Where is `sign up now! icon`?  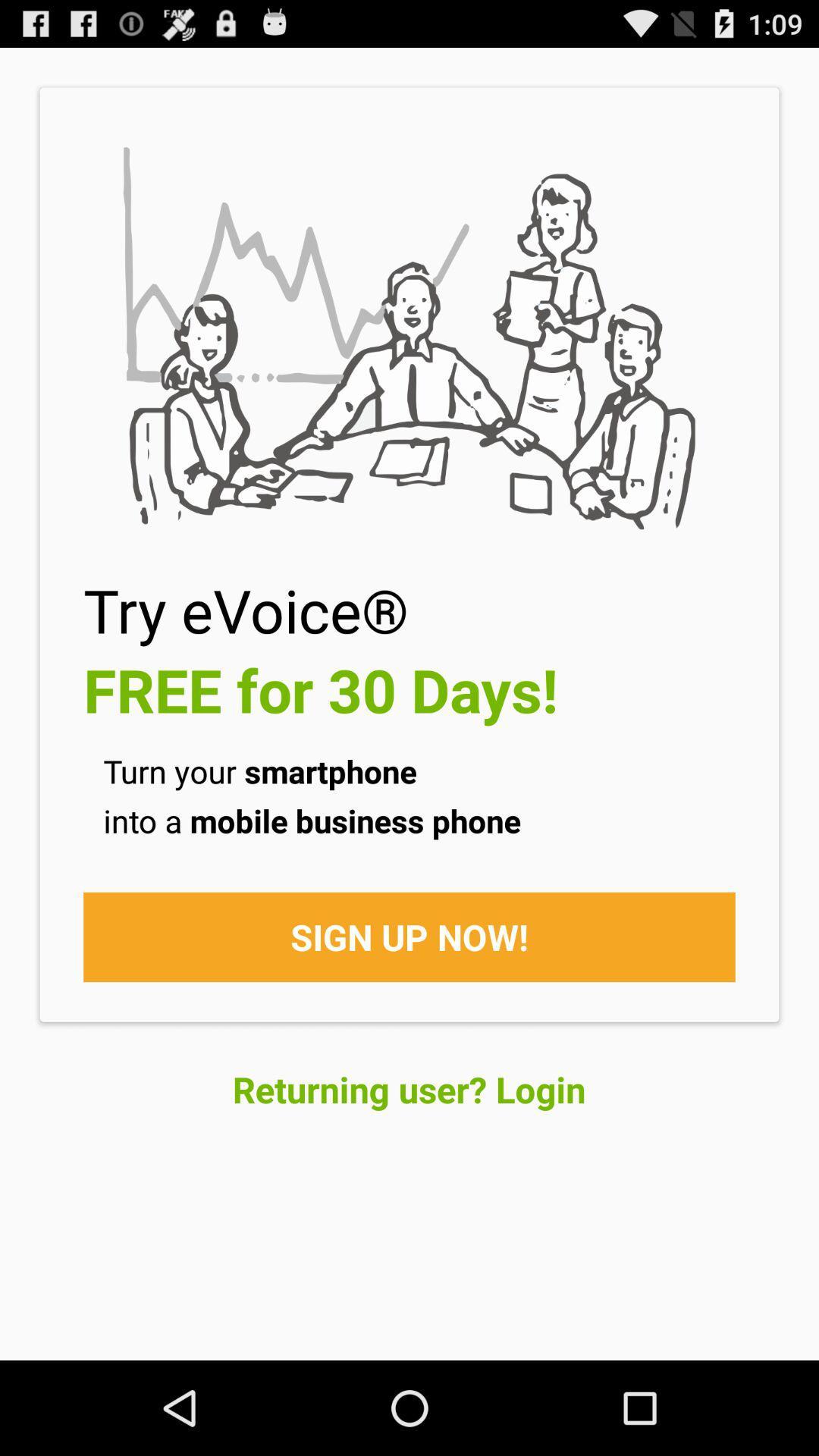
sign up now! icon is located at coordinates (409, 936).